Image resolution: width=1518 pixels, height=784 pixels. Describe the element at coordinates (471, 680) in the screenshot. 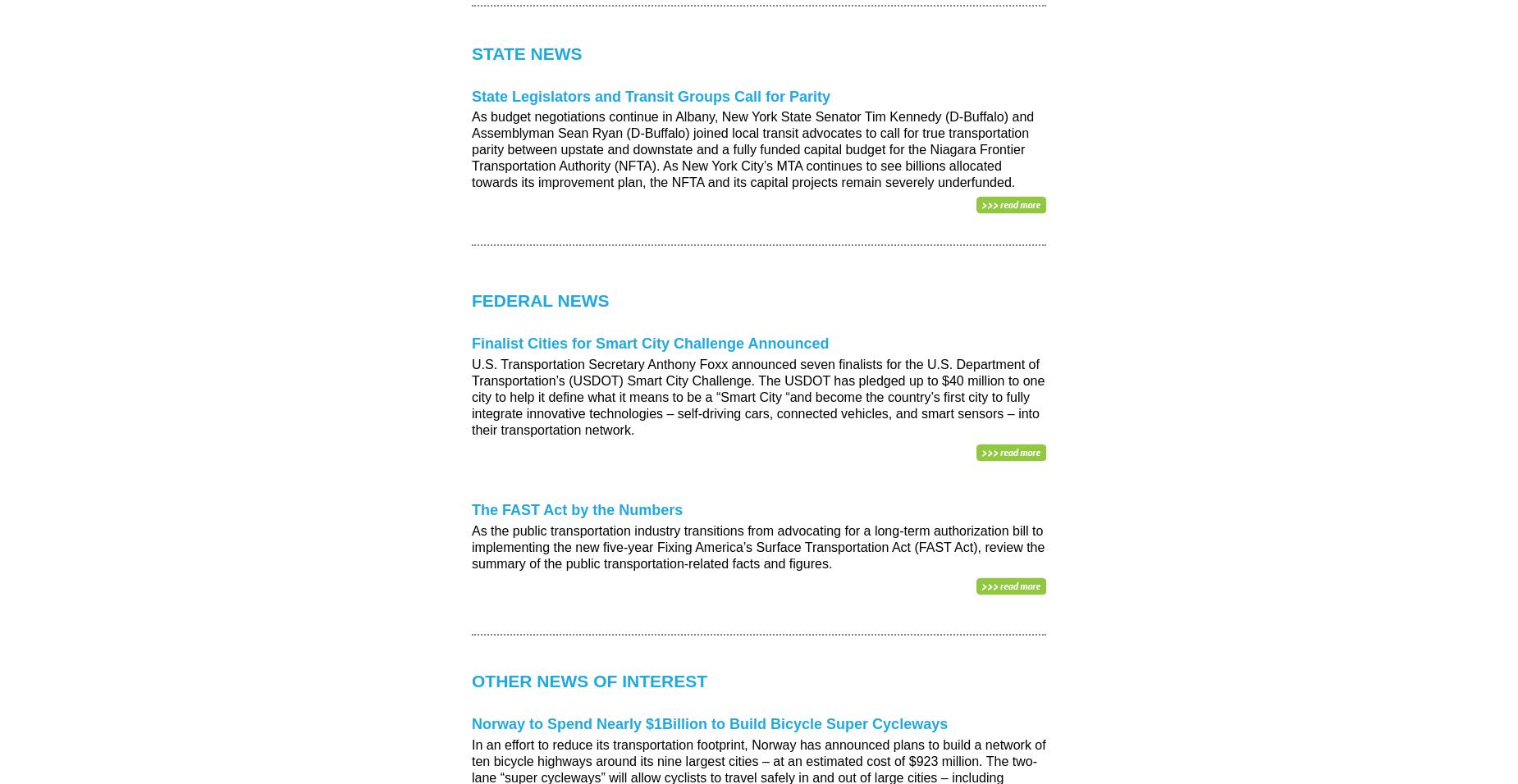

I see `'OTHER NEWS OF INTEREST'` at that location.